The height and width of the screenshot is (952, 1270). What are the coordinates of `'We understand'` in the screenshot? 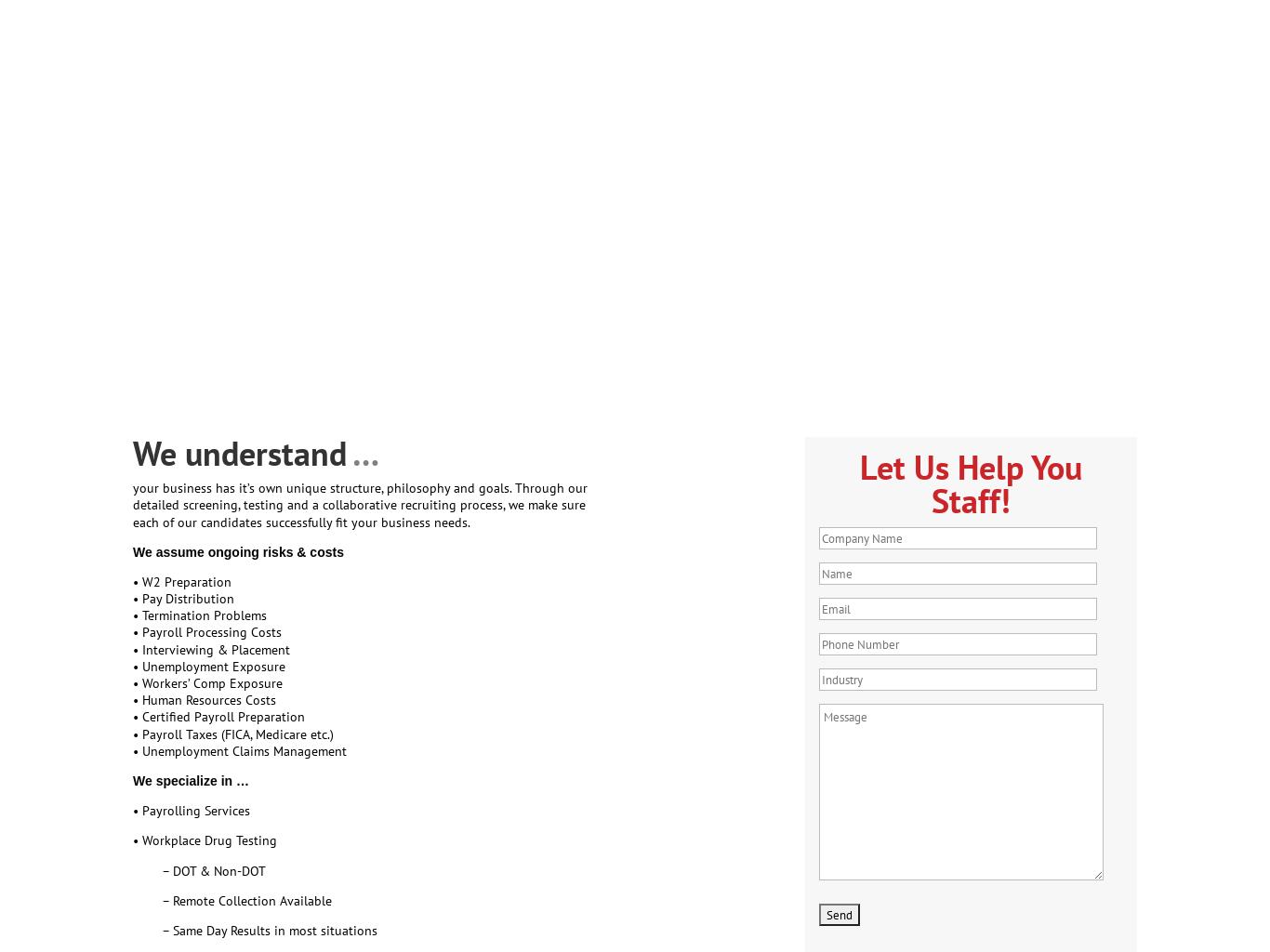 It's located at (243, 452).